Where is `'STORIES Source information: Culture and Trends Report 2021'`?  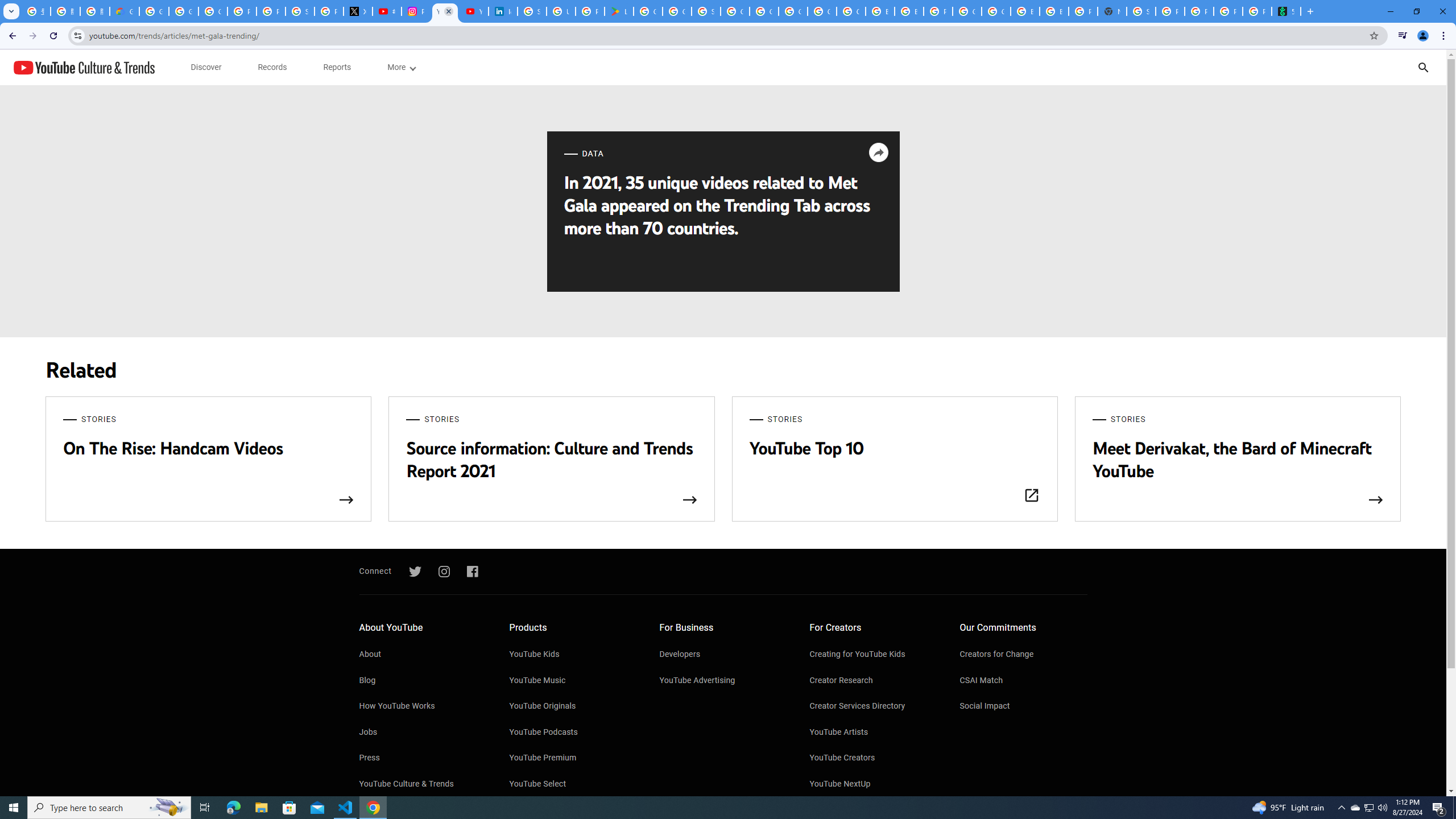
'STORIES Source information: Culture and Trends Report 2021' is located at coordinates (552, 459).